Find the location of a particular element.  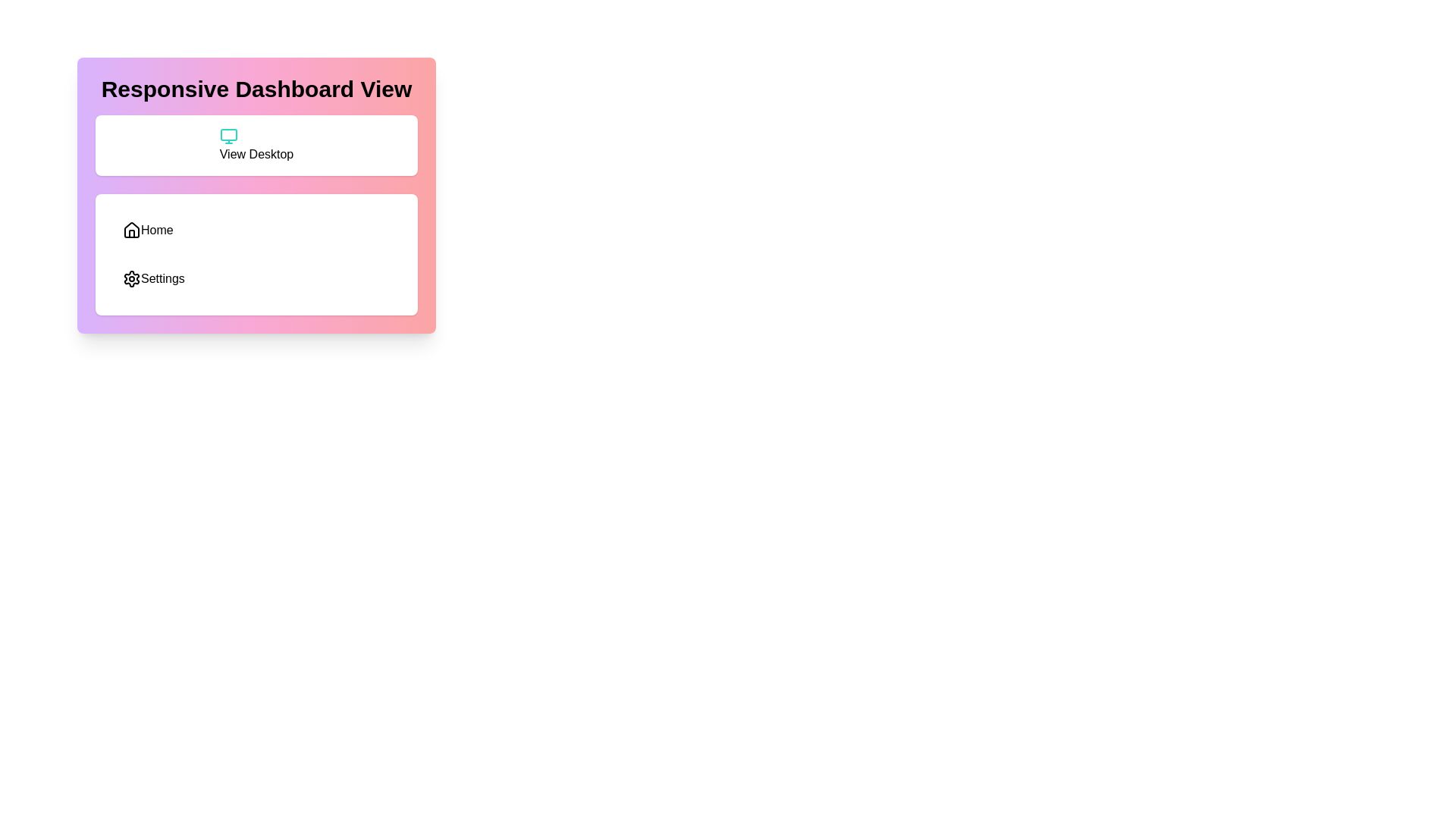

the settings button located in the lower part of the card-like section, directly below the 'Home' button is located at coordinates (153, 278).